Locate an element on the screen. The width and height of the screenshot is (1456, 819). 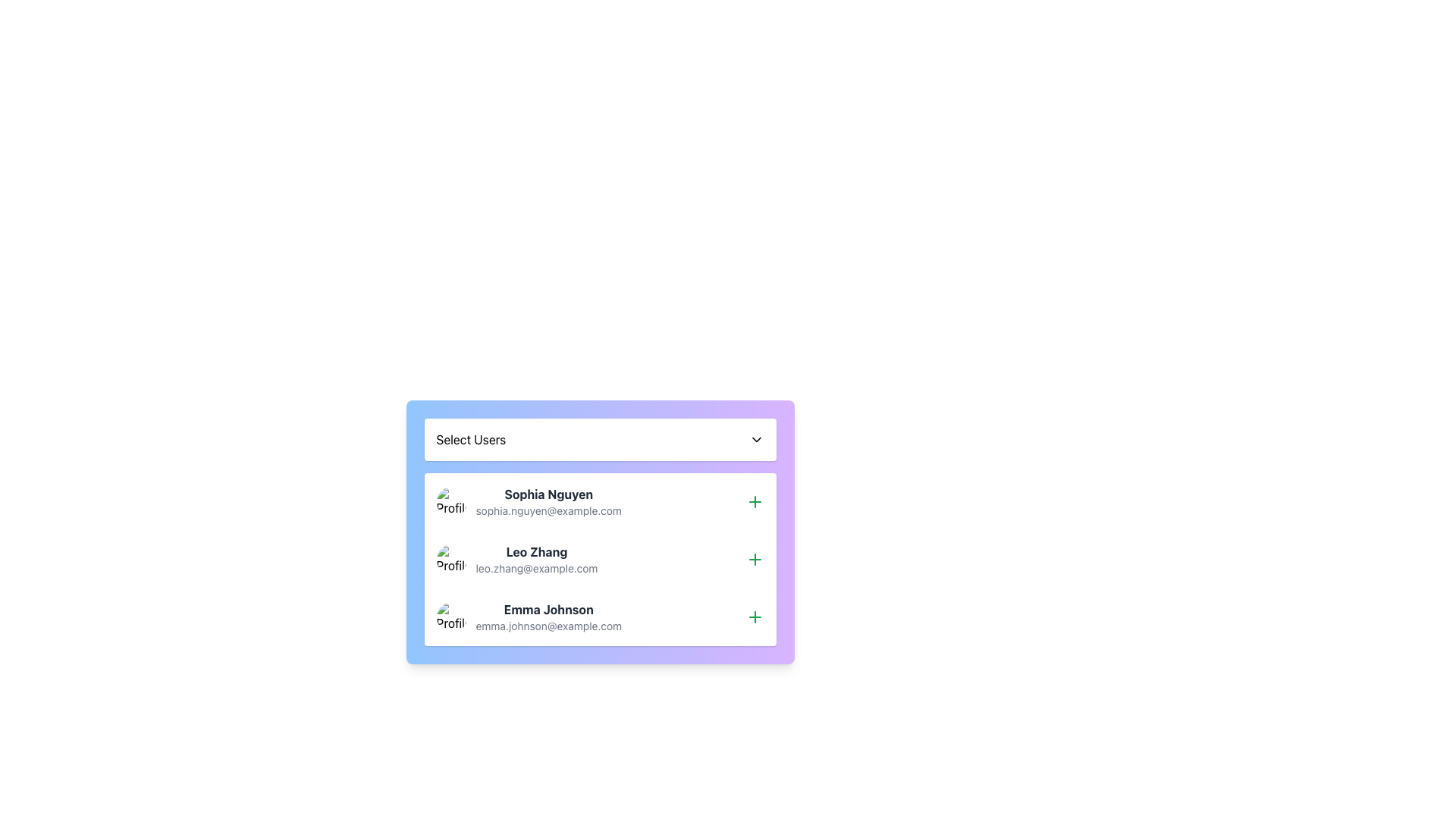
the green '+' button is located at coordinates (755, 617).